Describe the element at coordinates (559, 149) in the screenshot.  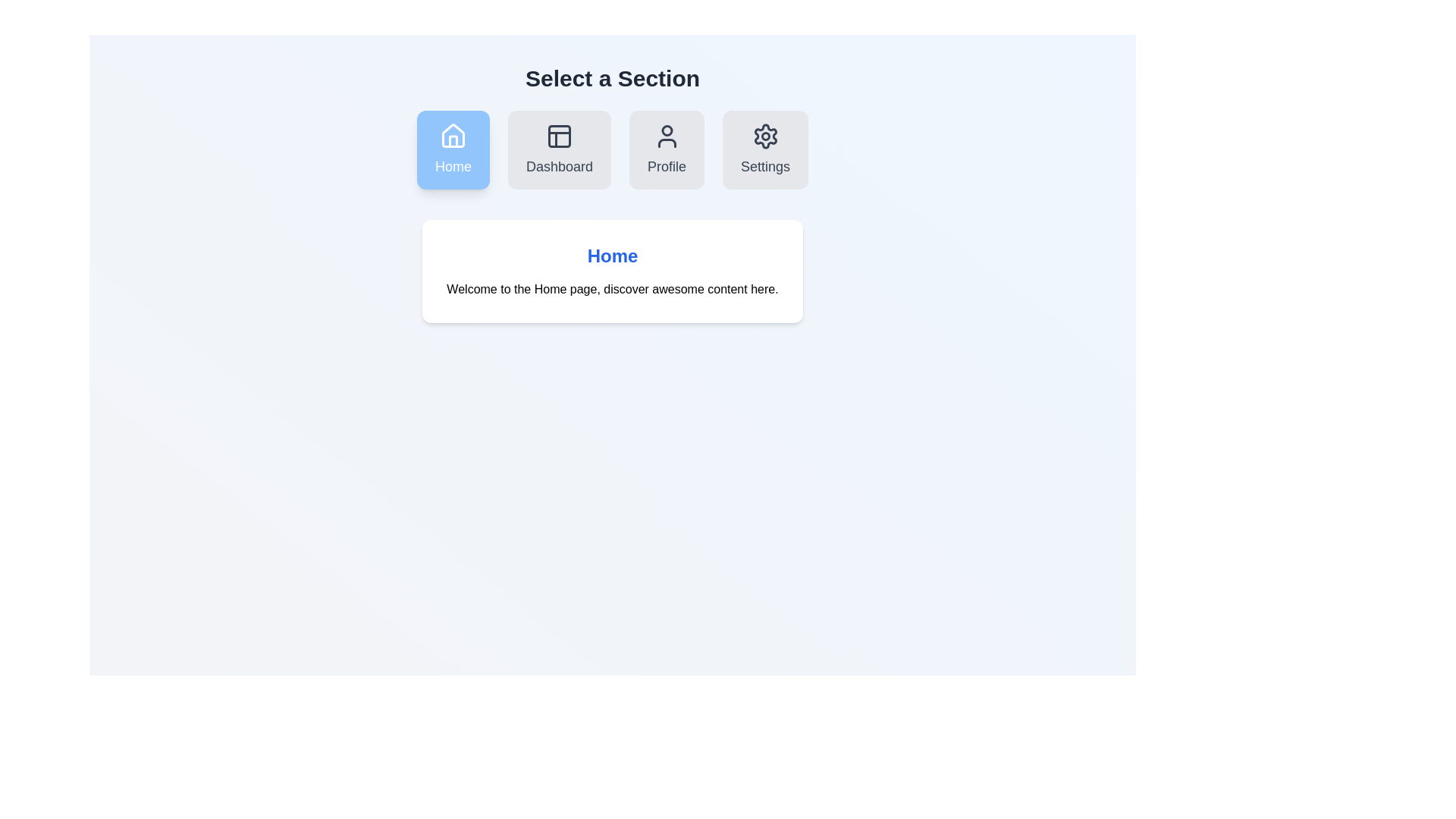
I see `the Dashboard section icon to select it` at that location.